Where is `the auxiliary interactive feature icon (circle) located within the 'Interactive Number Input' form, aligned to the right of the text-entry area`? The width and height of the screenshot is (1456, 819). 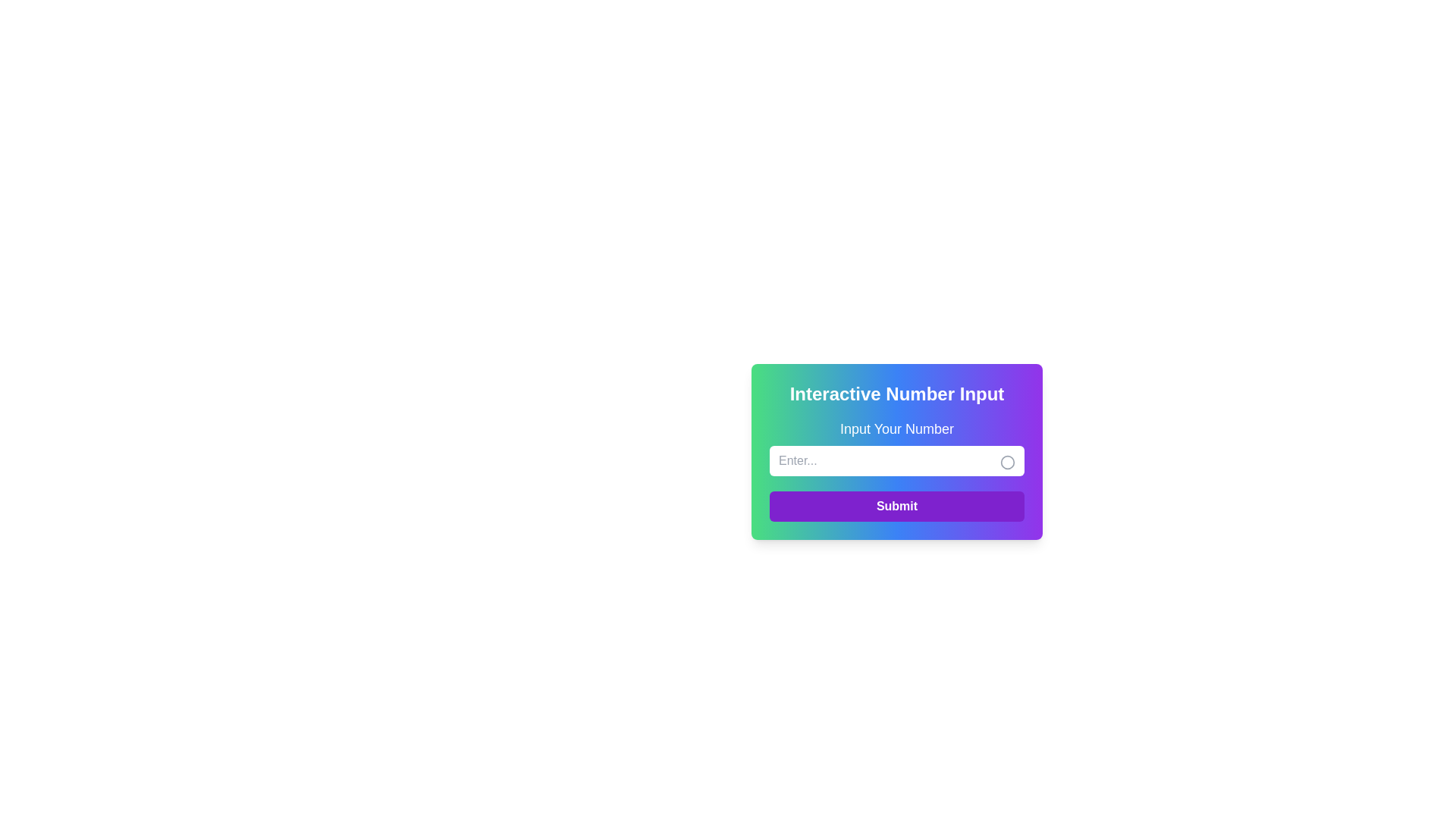
the auxiliary interactive feature icon (circle) located within the 'Interactive Number Input' form, aligned to the right of the text-entry area is located at coordinates (1008, 461).